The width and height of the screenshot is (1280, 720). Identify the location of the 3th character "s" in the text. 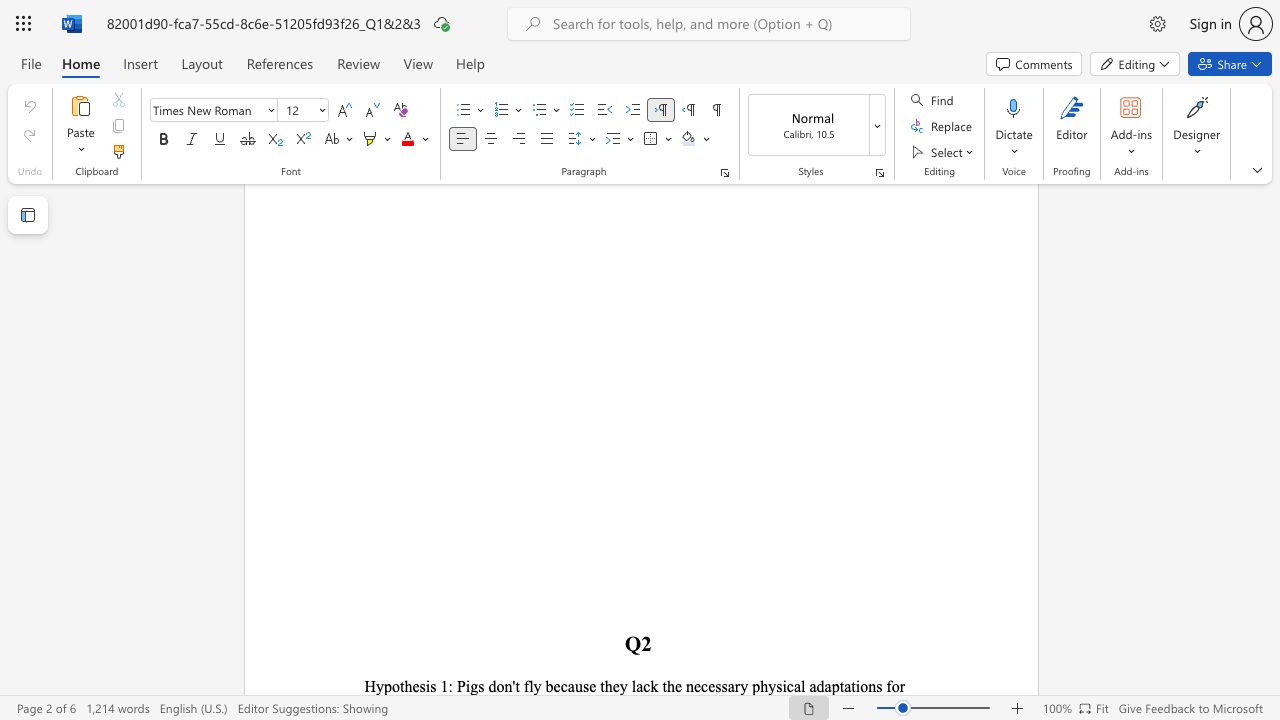
(481, 685).